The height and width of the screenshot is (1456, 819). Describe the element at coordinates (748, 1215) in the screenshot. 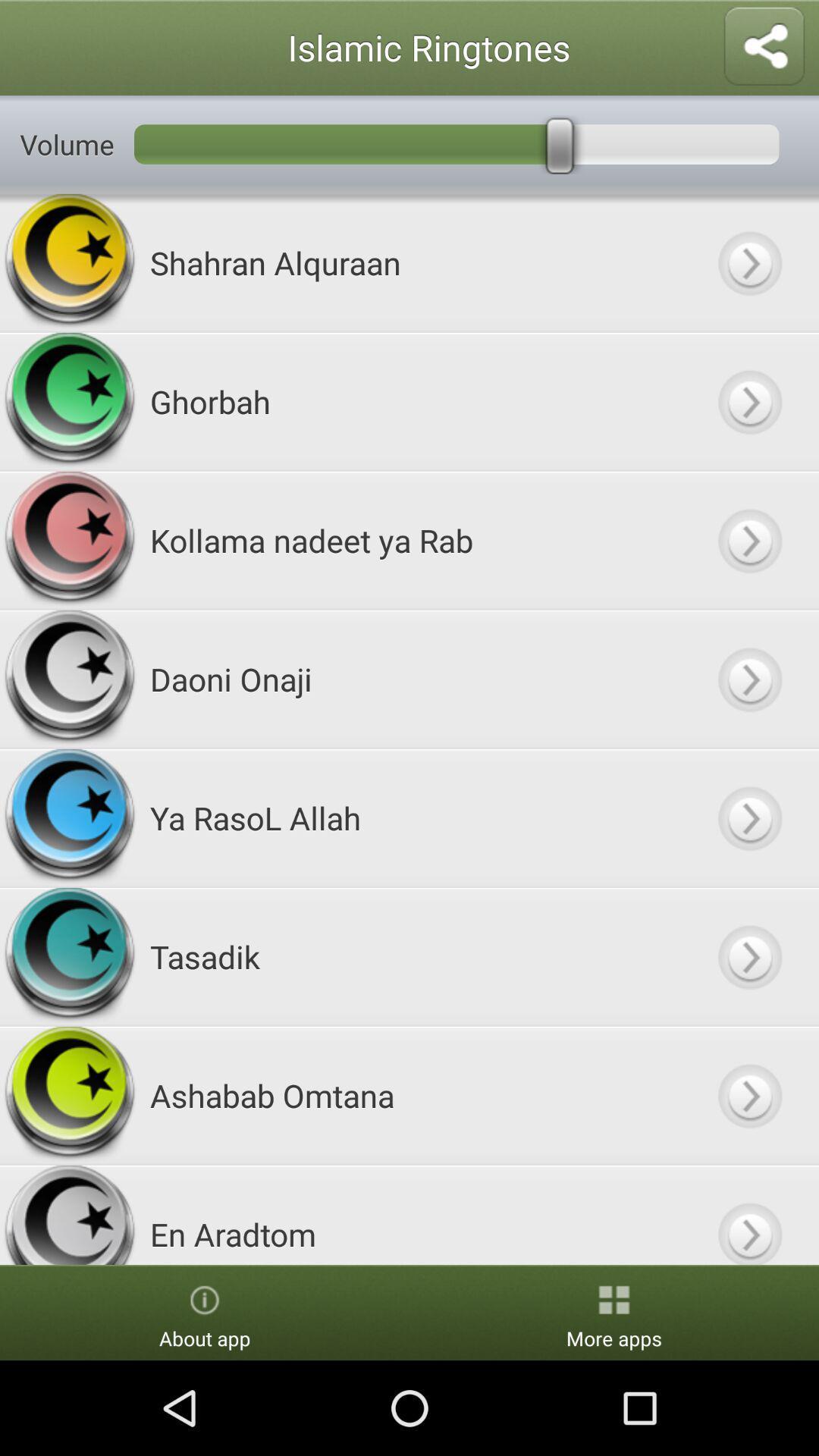

I see `button` at that location.